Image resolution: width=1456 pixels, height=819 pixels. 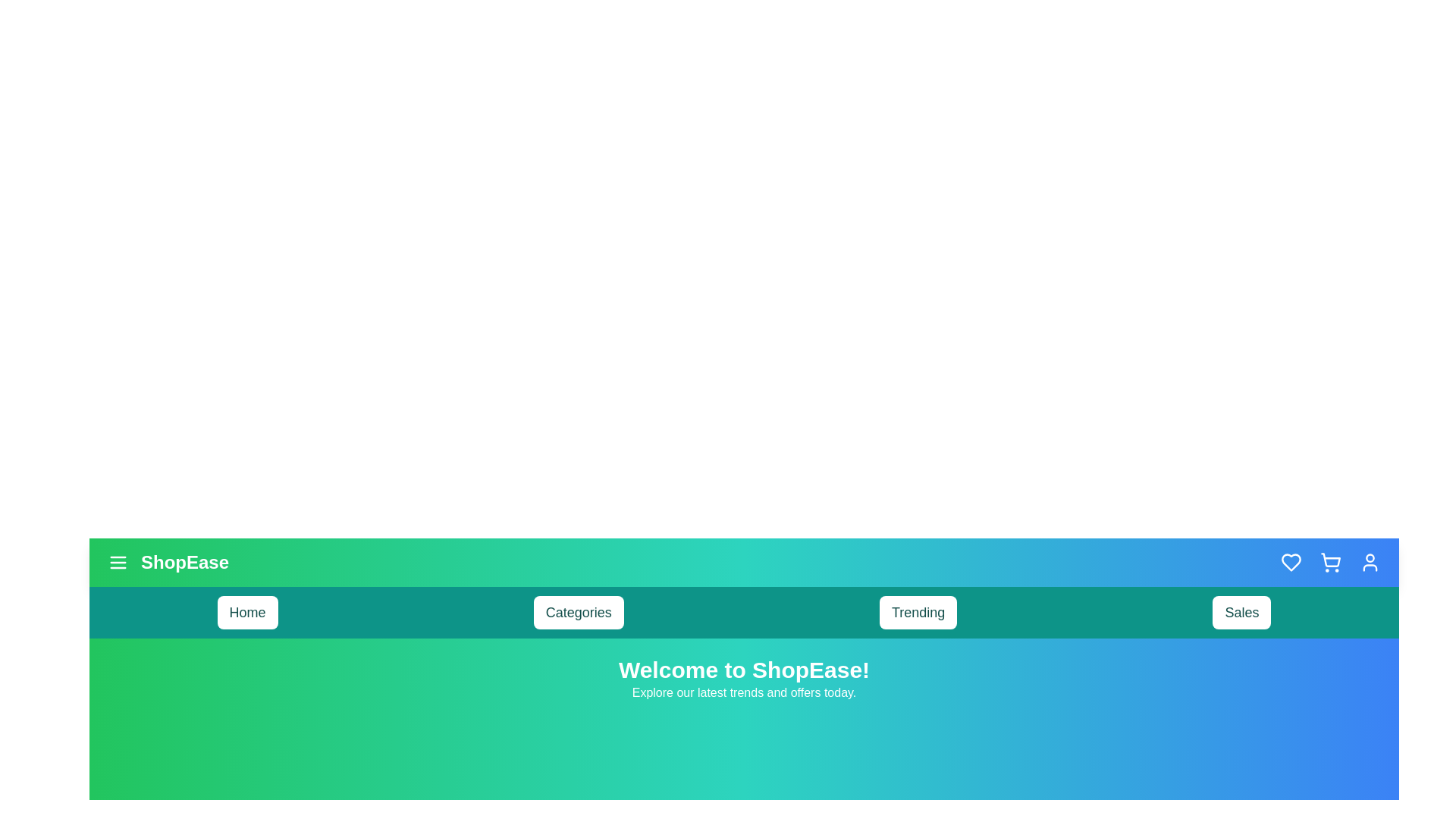 I want to click on the navigation item Categories, so click(x=578, y=611).